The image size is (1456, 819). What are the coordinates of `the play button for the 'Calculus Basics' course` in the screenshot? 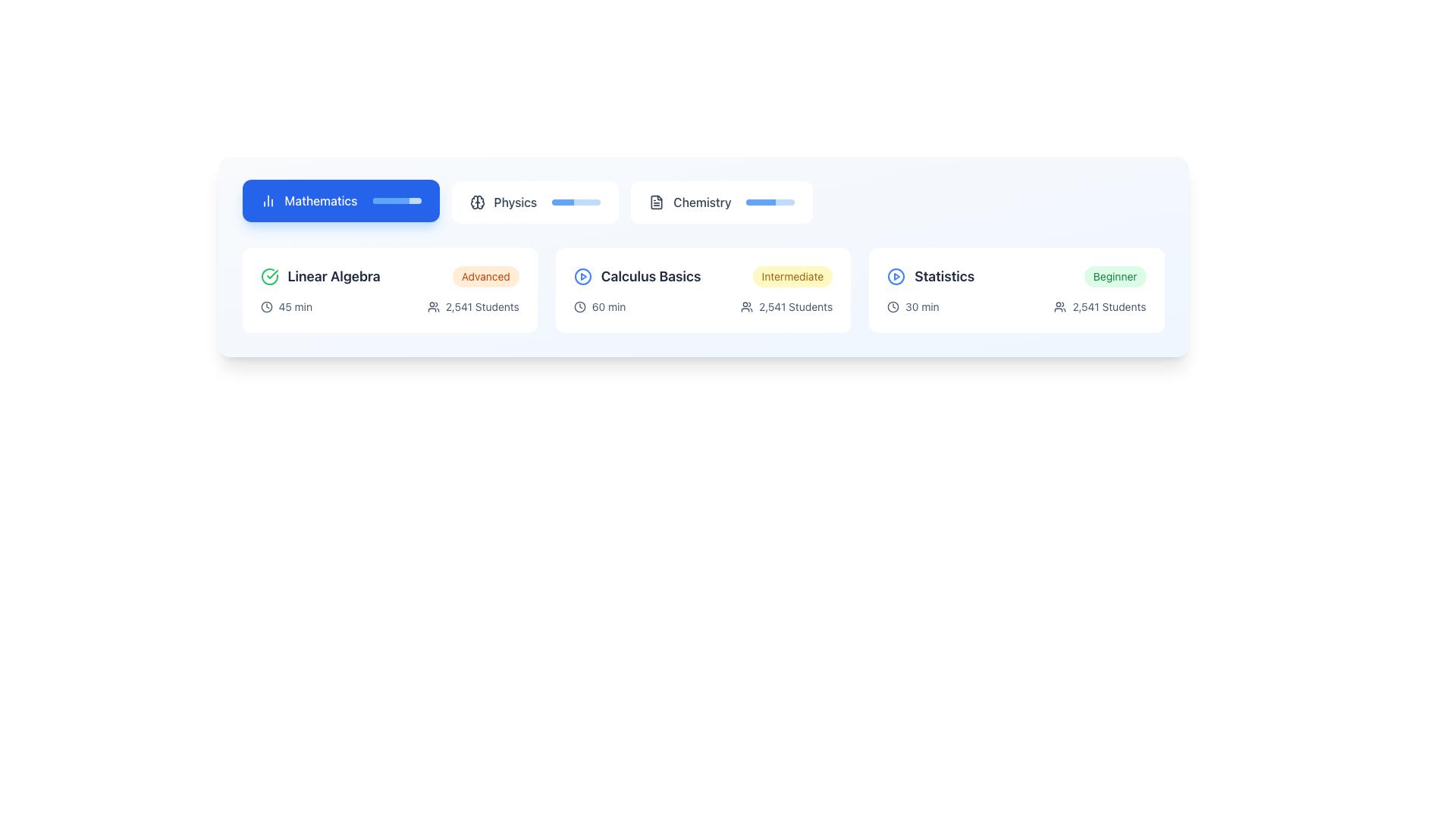 It's located at (582, 277).